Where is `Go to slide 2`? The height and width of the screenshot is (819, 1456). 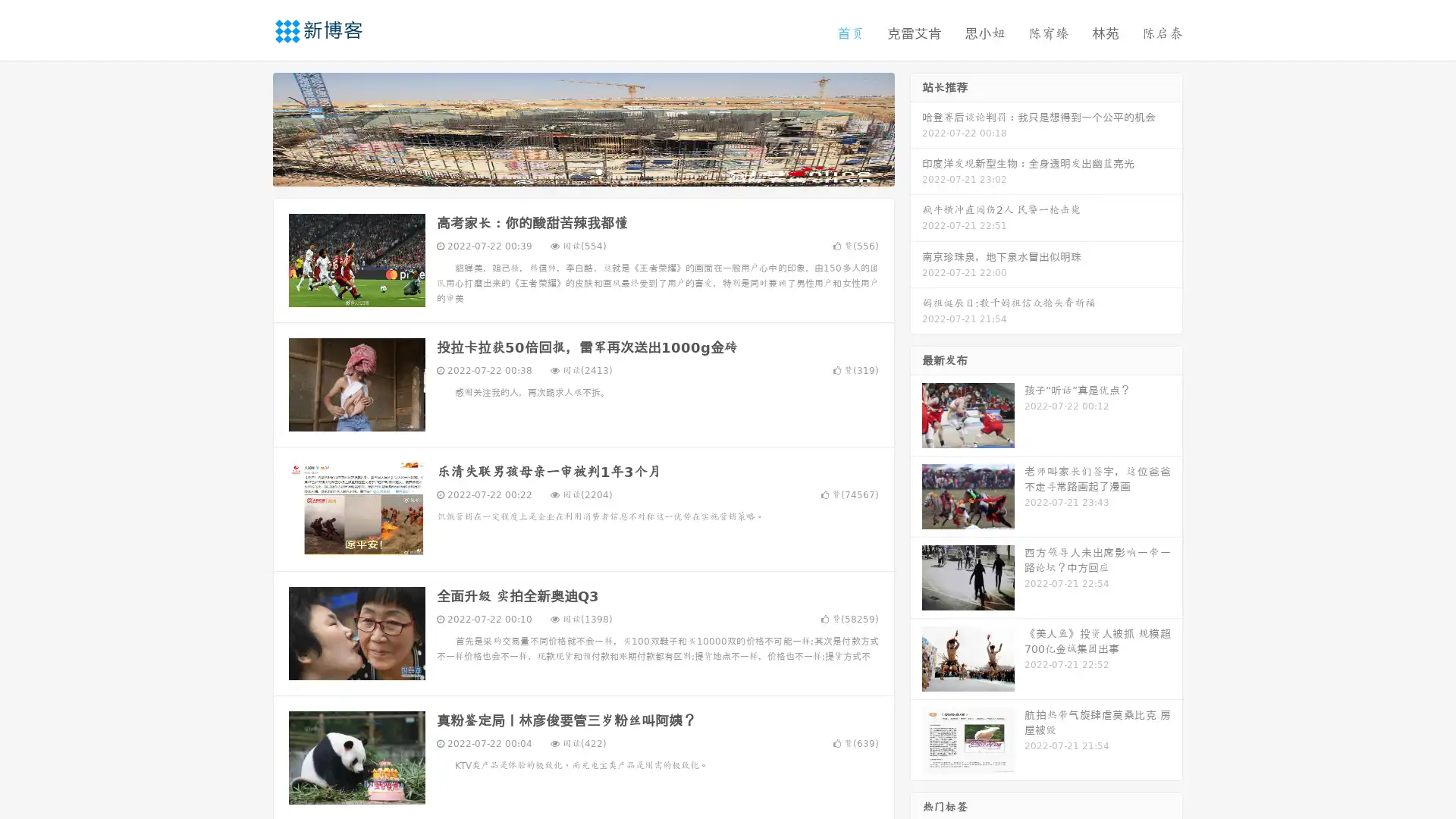
Go to slide 2 is located at coordinates (582, 171).